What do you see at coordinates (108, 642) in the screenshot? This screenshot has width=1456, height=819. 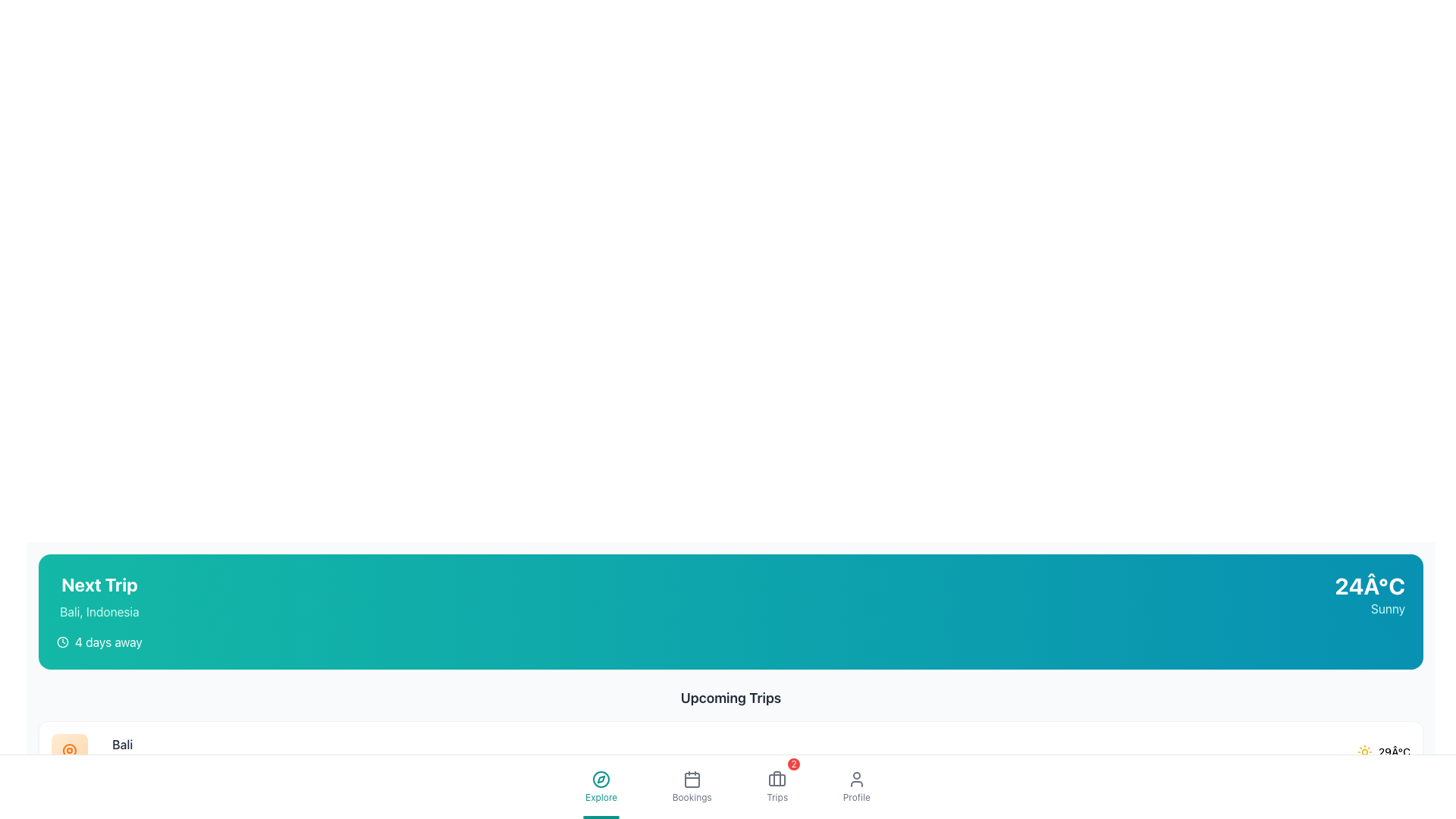 I see `the Text label that displays the time remaining until the next trip, positioned to the right of the clock icon in the 'Next Trip' section` at bounding box center [108, 642].